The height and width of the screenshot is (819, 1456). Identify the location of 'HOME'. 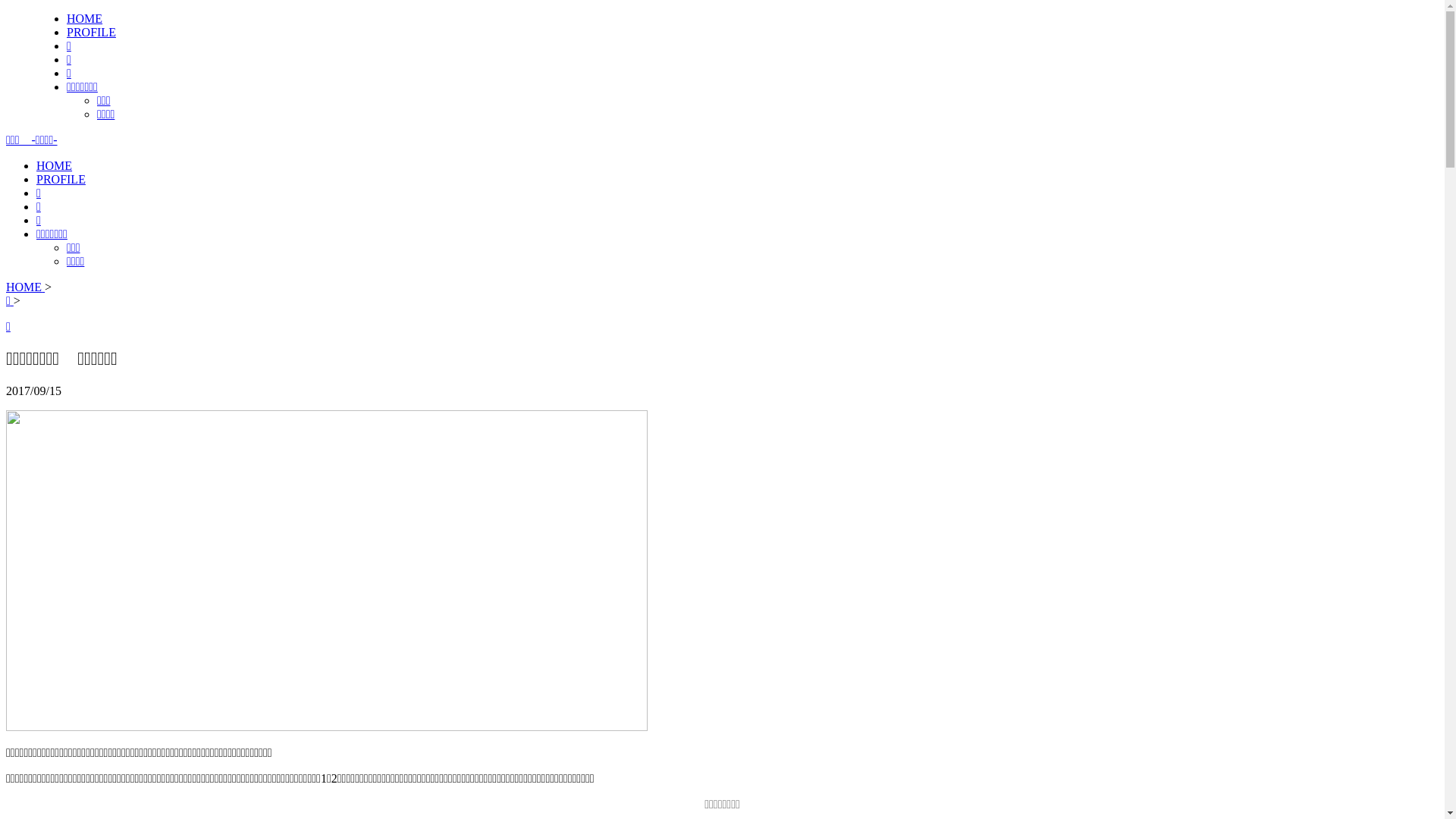
(83, 18).